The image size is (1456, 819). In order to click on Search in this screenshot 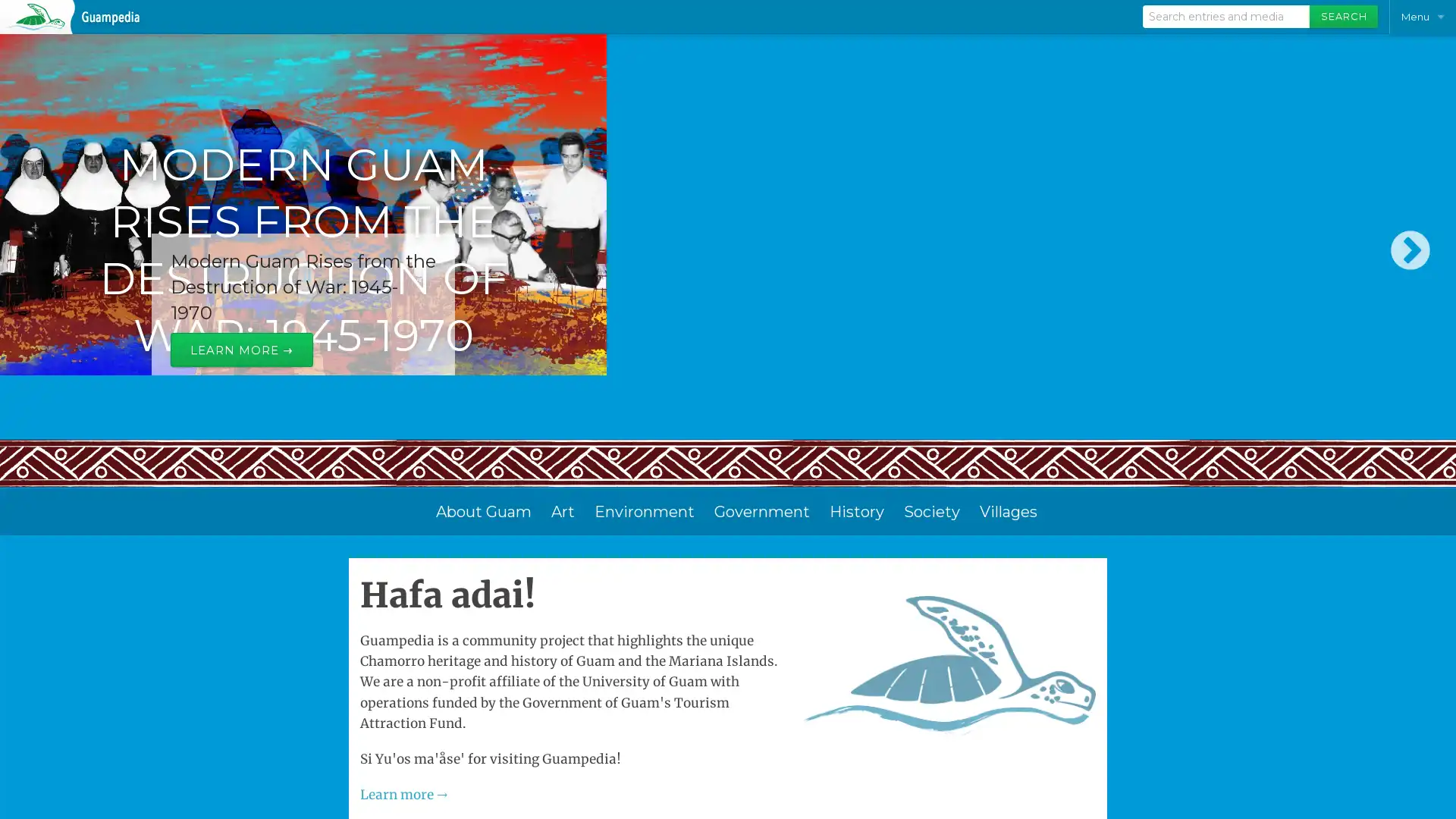, I will do `click(1343, 17)`.